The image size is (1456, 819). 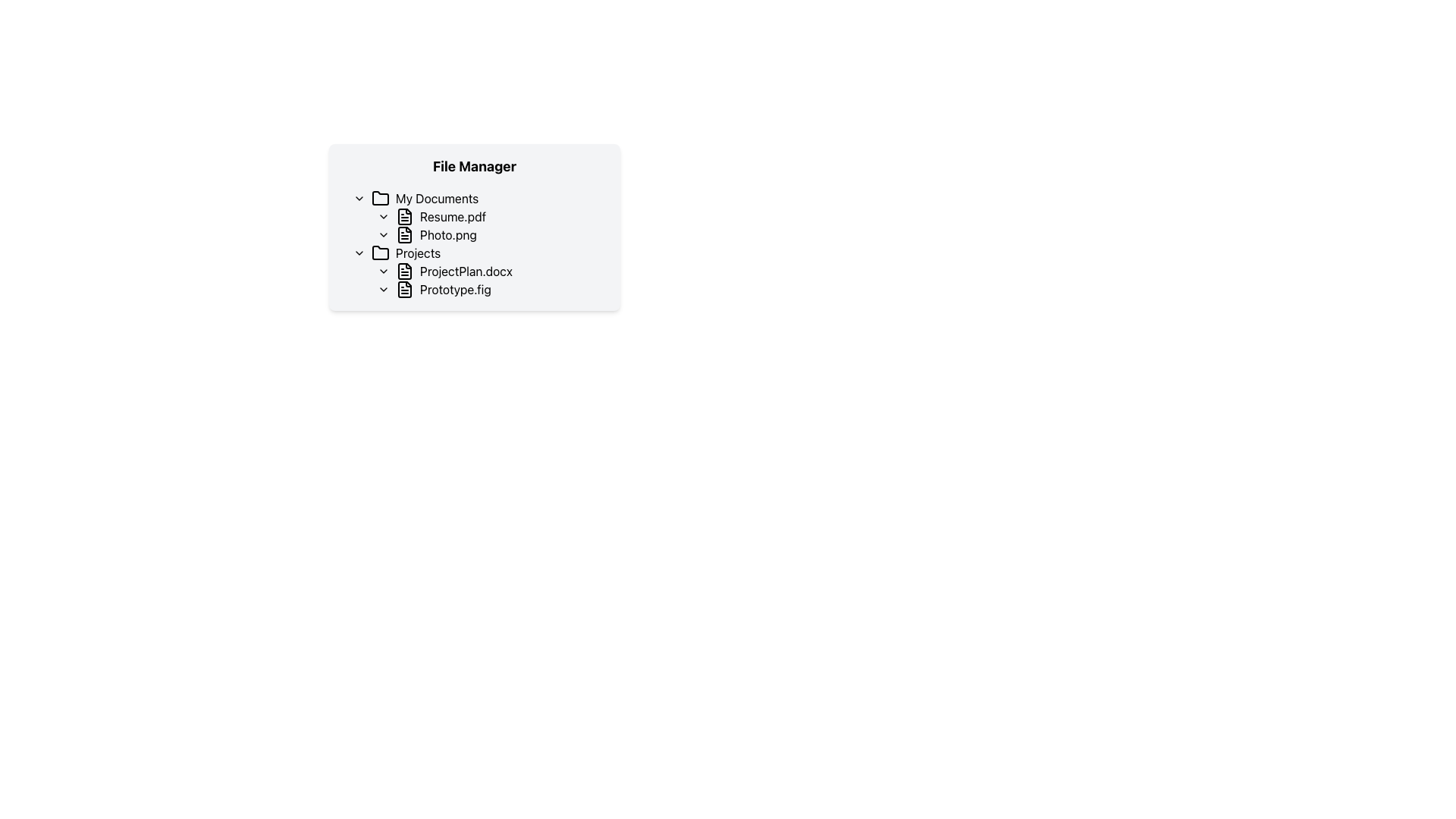 What do you see at coordinates (425, 198) in the screenshot?
I see `the 'My Documents' label with folder icon` at bounding box center [425, 198].